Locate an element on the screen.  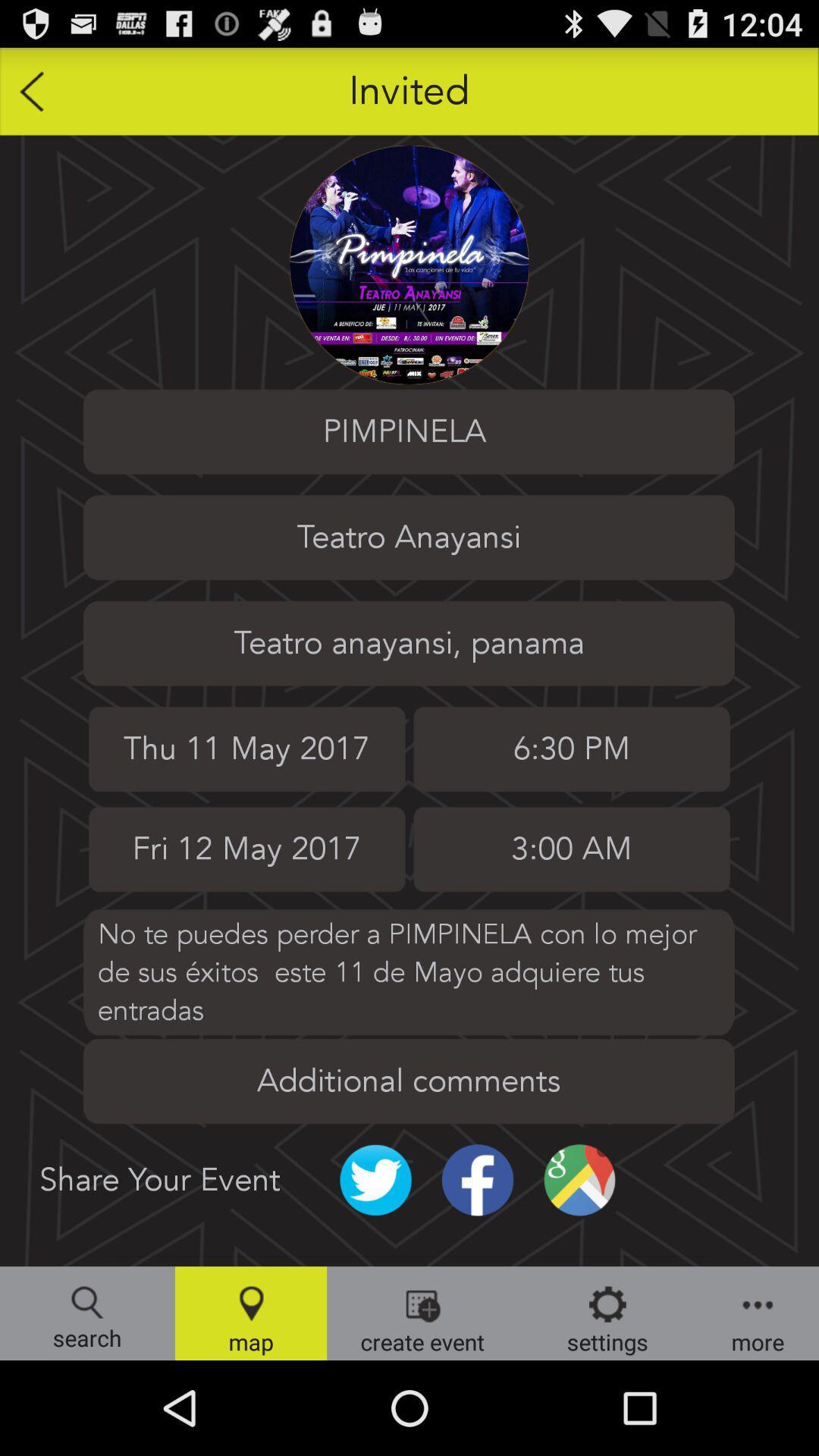
the time 300 am is located at coordinates (571, 849).